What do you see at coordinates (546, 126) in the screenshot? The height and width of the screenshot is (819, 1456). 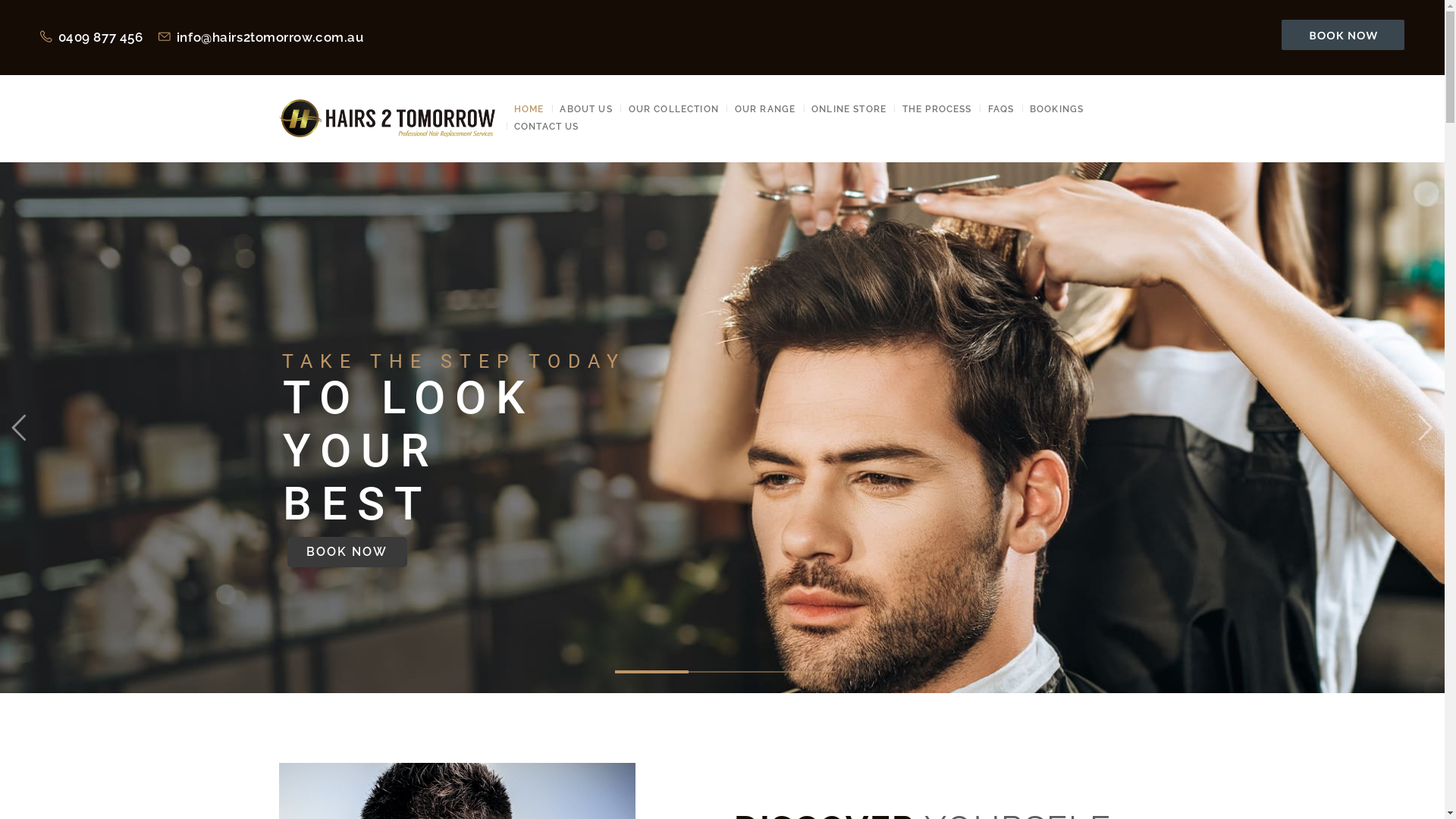 I see `'CONTACT US'` at bounding box center [546, 126].